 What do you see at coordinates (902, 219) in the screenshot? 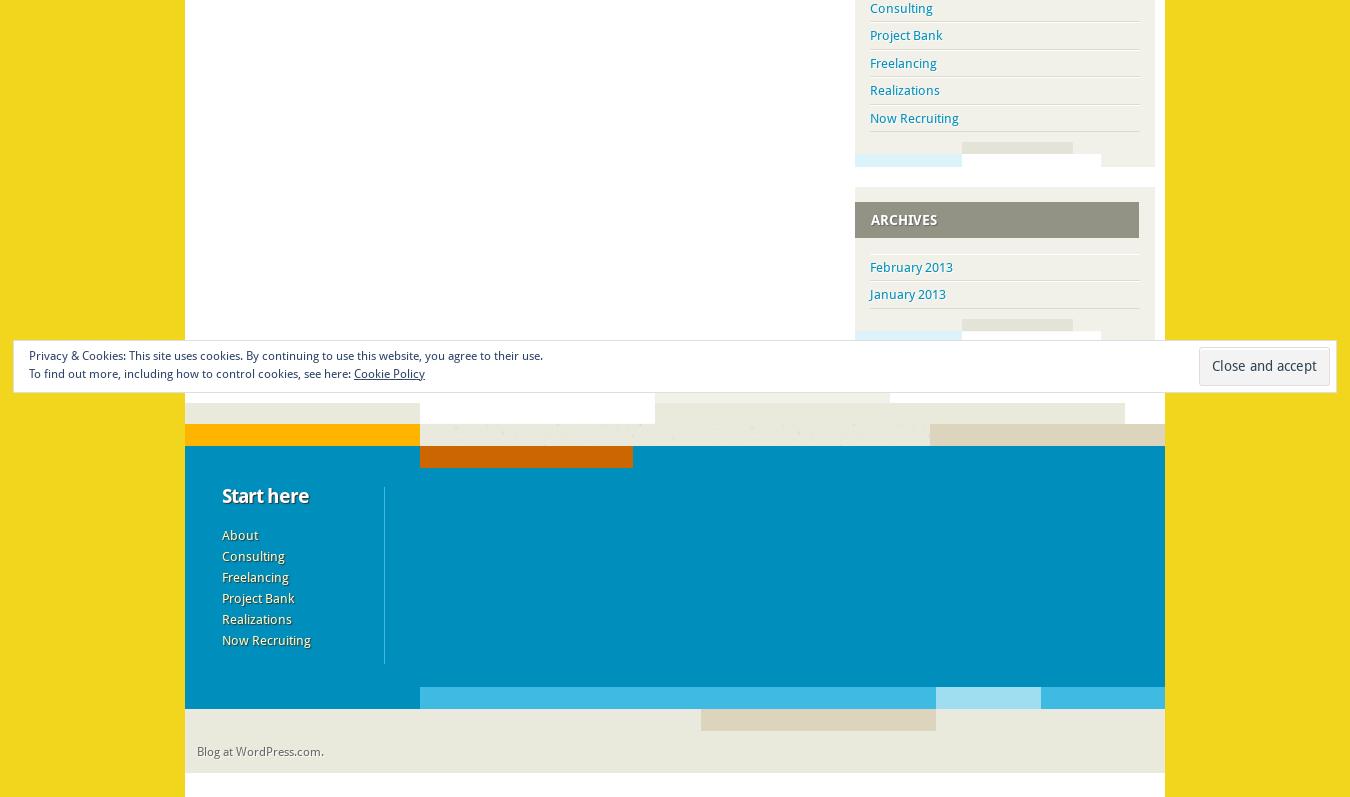
I see `'Archives'` at bounding box center [902, 219].